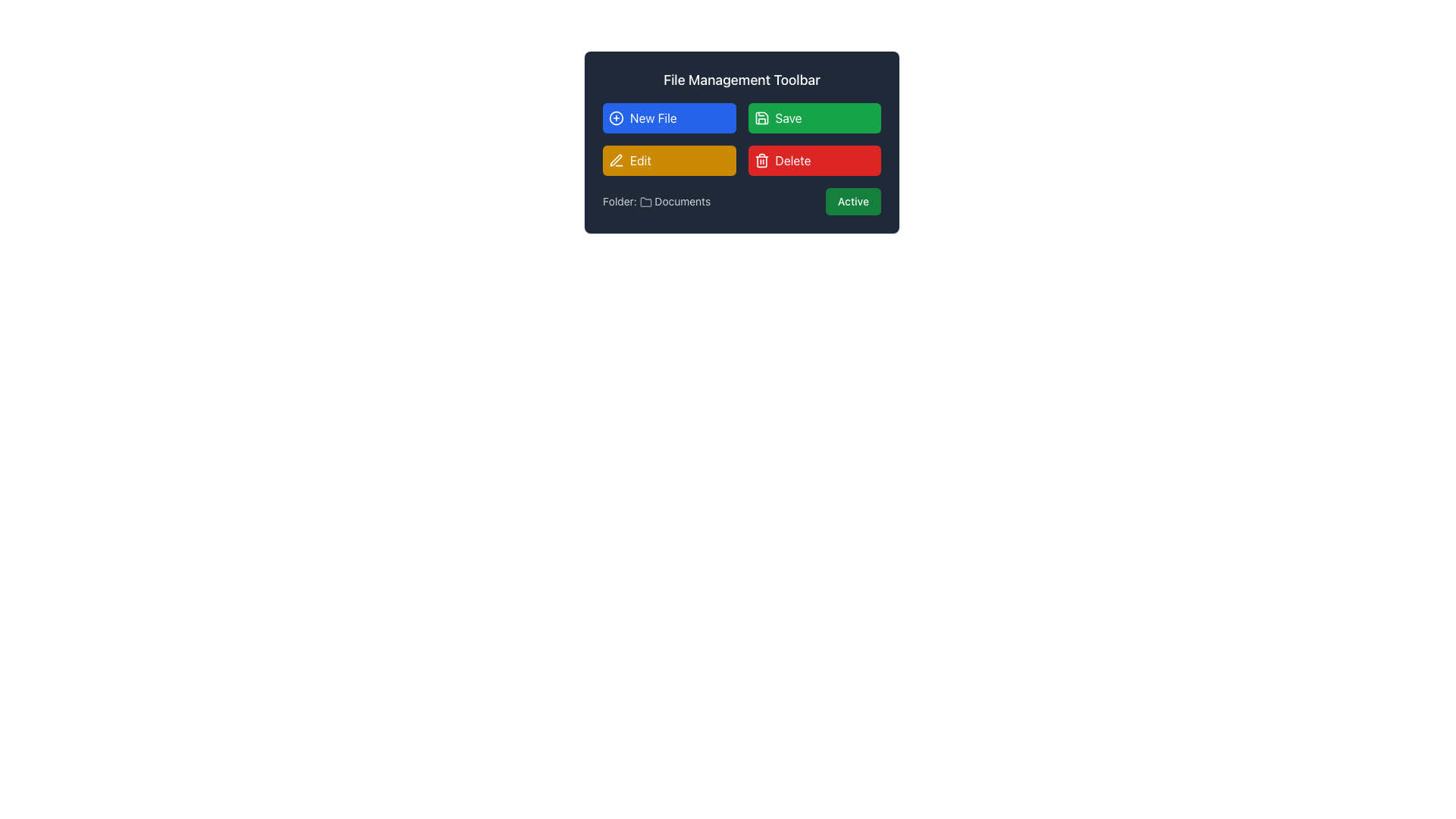 This screenshot has width=1456, height=819. Describe the element at coordinates (653, 117) in the screenshot. I see `the 'New File' text label located at the top left corner of the toolbar, which is adjacent to a plus sign icon` at that location.